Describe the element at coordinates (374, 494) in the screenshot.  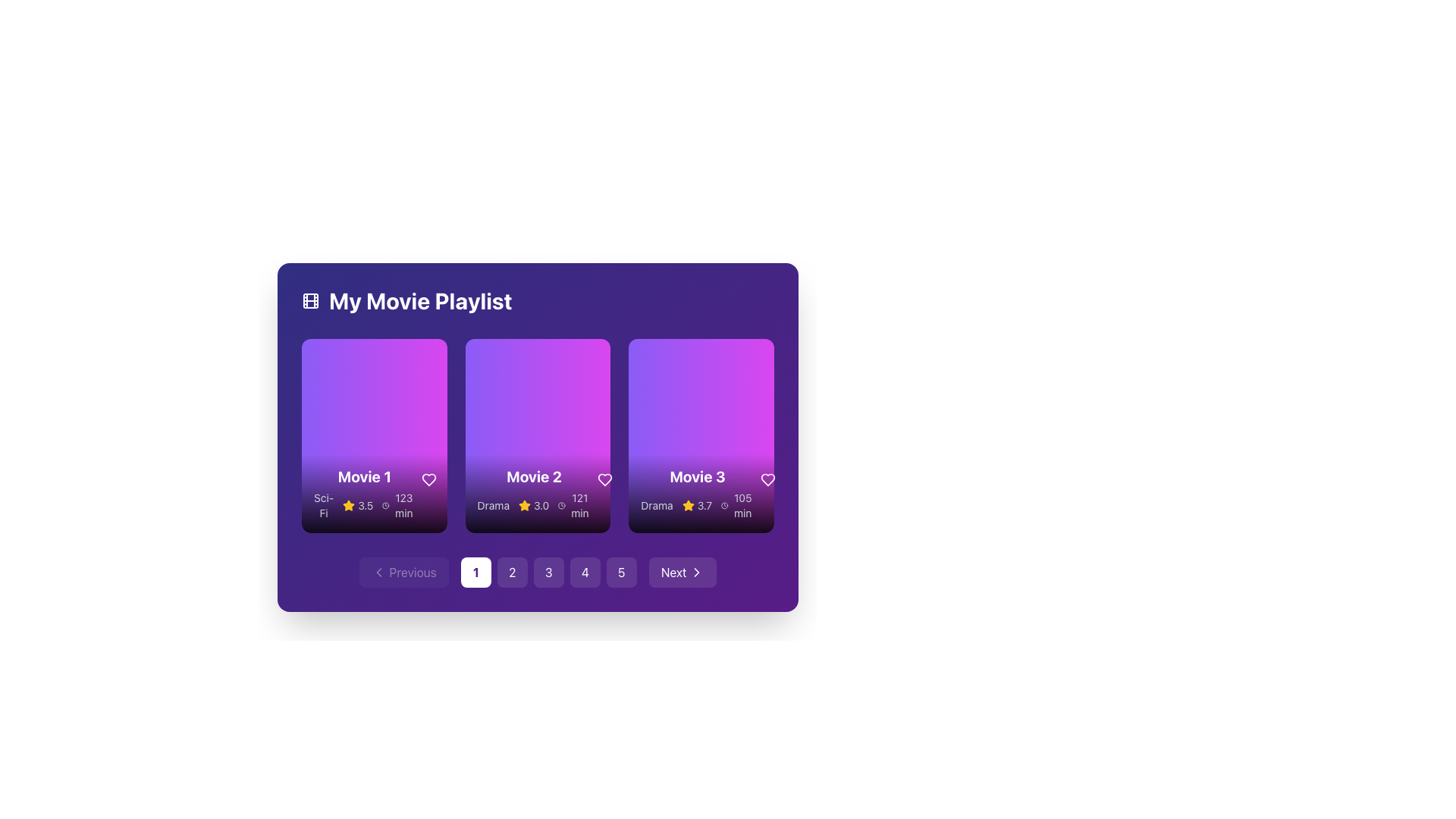
I see `the text and icon overlay at the bottom of the card representing 'Movie 1' to interact with nearby elements` at that location.